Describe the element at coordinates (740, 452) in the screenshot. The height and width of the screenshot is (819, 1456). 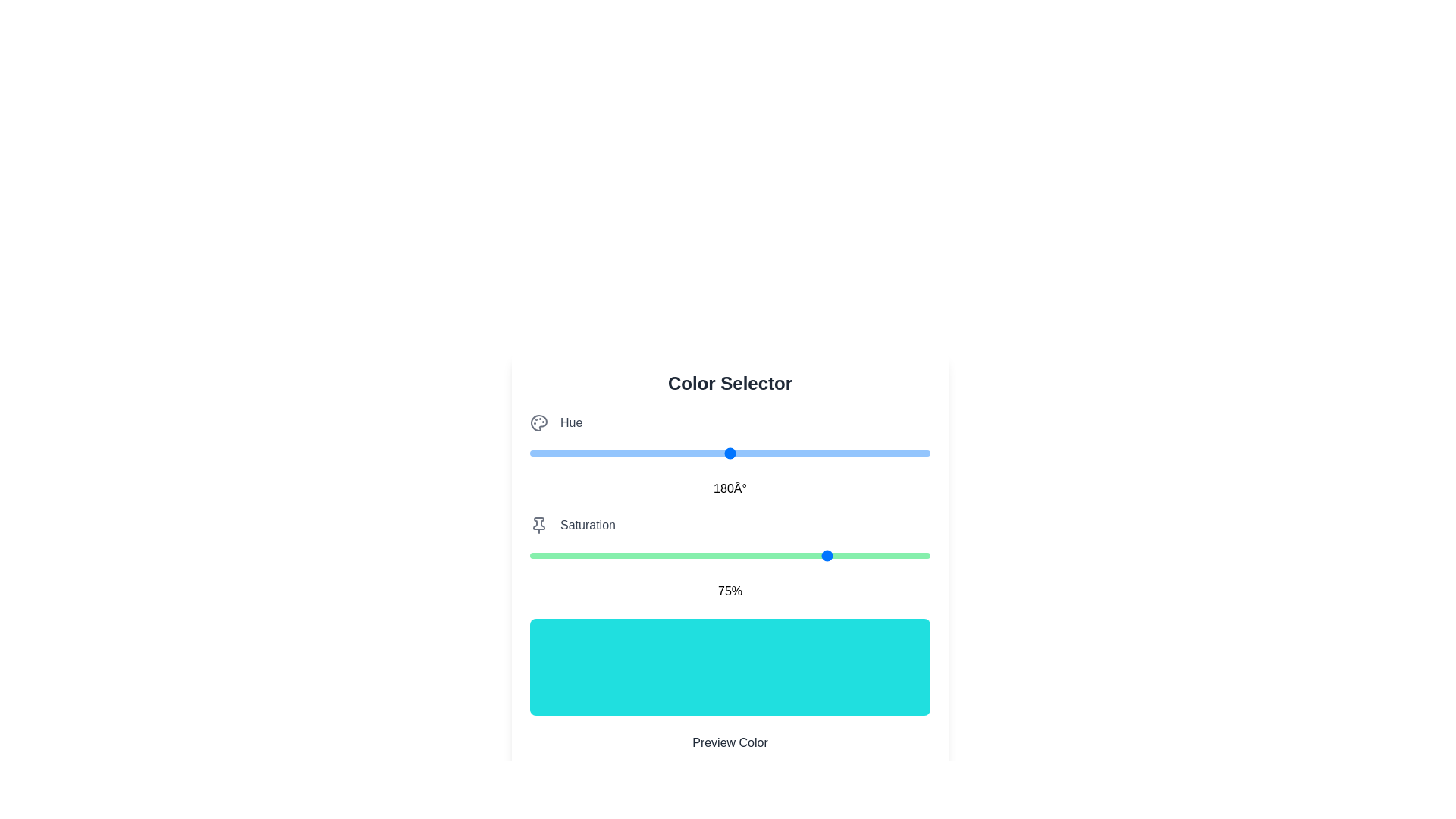
I see `the hue` at that location.